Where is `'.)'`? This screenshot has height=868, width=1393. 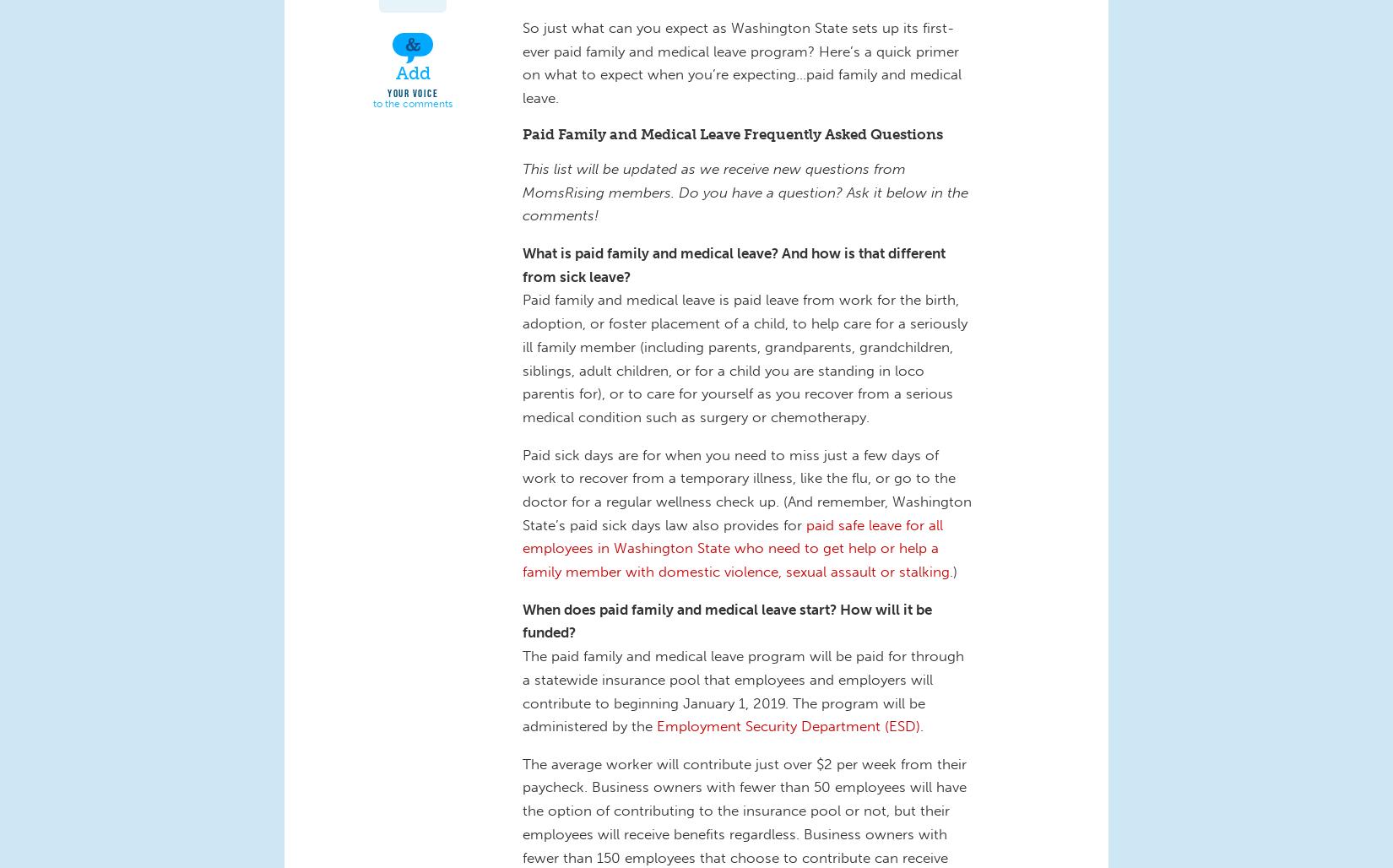
'.)' is located at coordinates (956, 572).